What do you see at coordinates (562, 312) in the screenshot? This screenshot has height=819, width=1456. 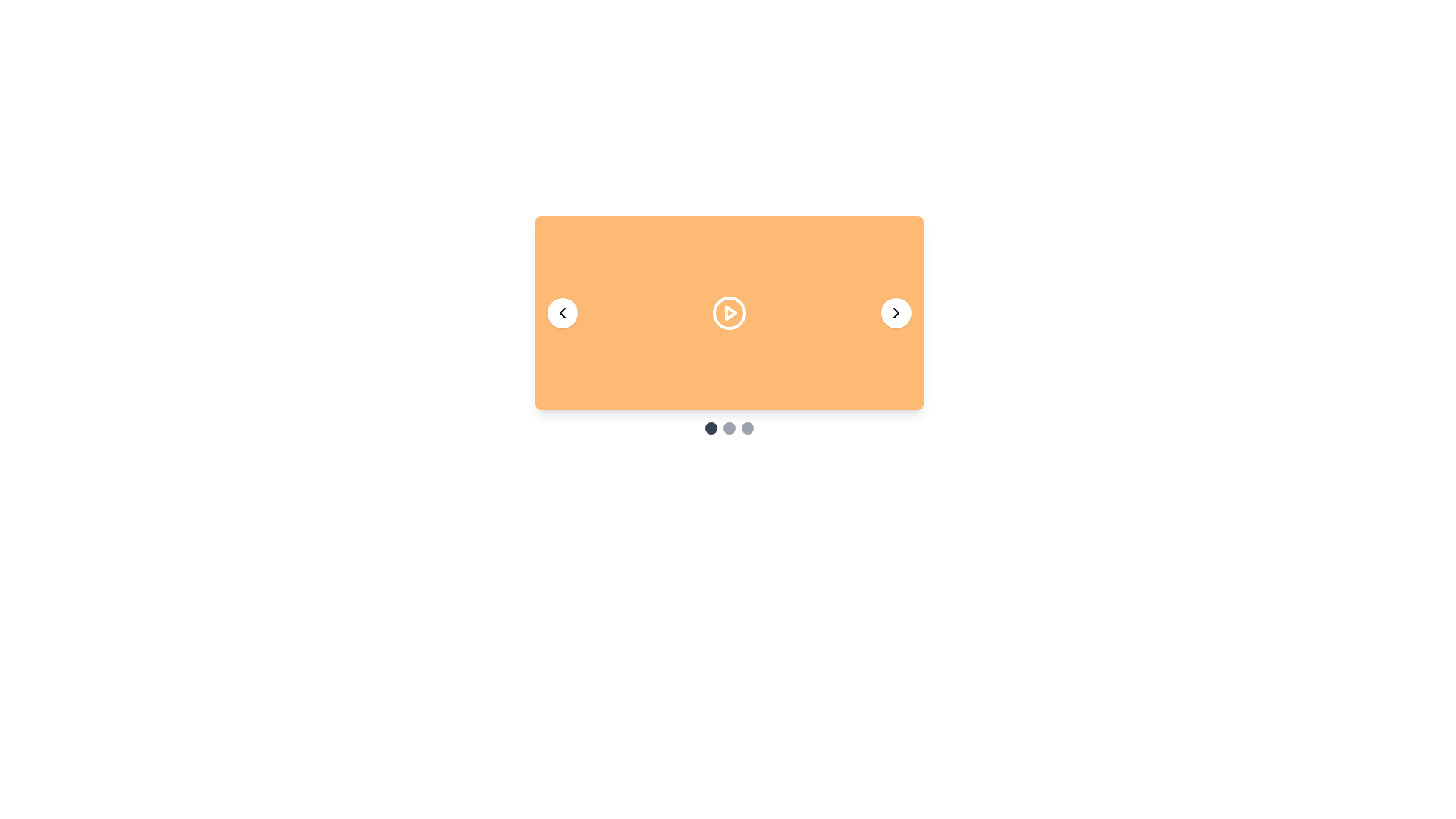 I see `the Chevron Left Icon located within a circular white background on the left side of a horizontally oriented orange panel` at bounding box center [562, 312].